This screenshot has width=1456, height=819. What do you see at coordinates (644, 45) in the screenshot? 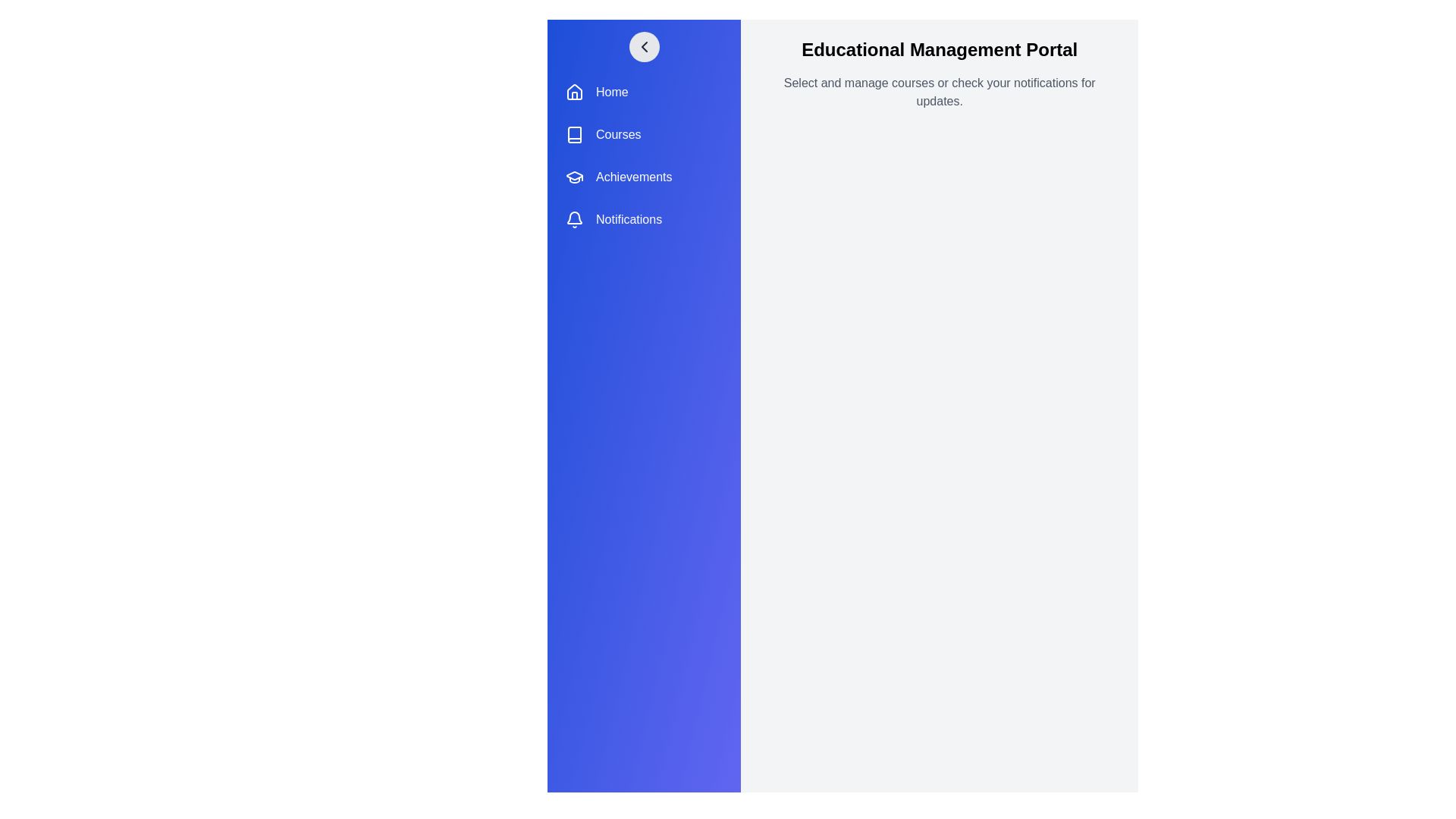
I see `toggle button in the sidebar to change its visibility` at bounding box center [644, 45].